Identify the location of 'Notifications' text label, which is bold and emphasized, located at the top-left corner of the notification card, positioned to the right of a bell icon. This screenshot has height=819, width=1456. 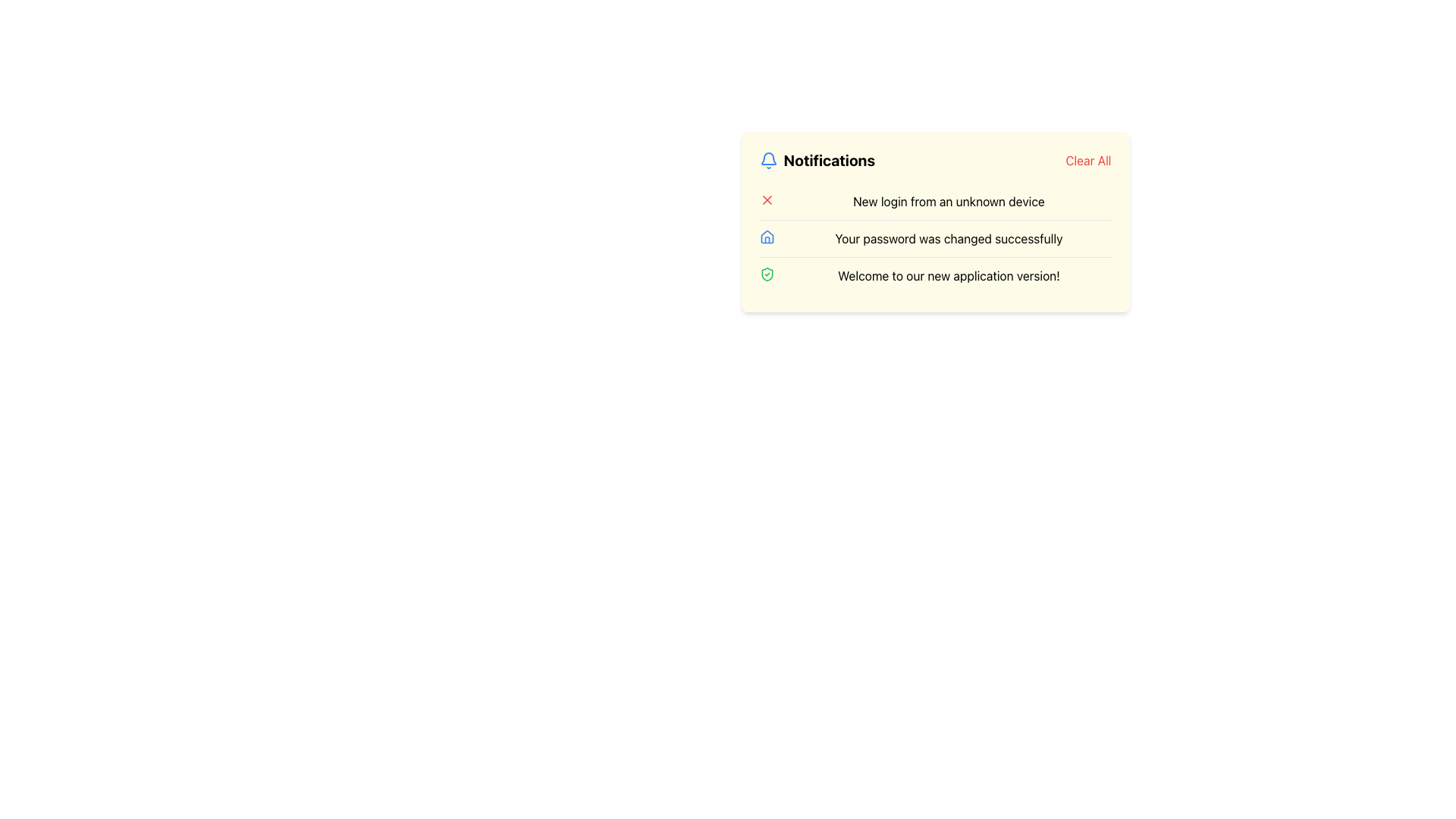
(828, 161).